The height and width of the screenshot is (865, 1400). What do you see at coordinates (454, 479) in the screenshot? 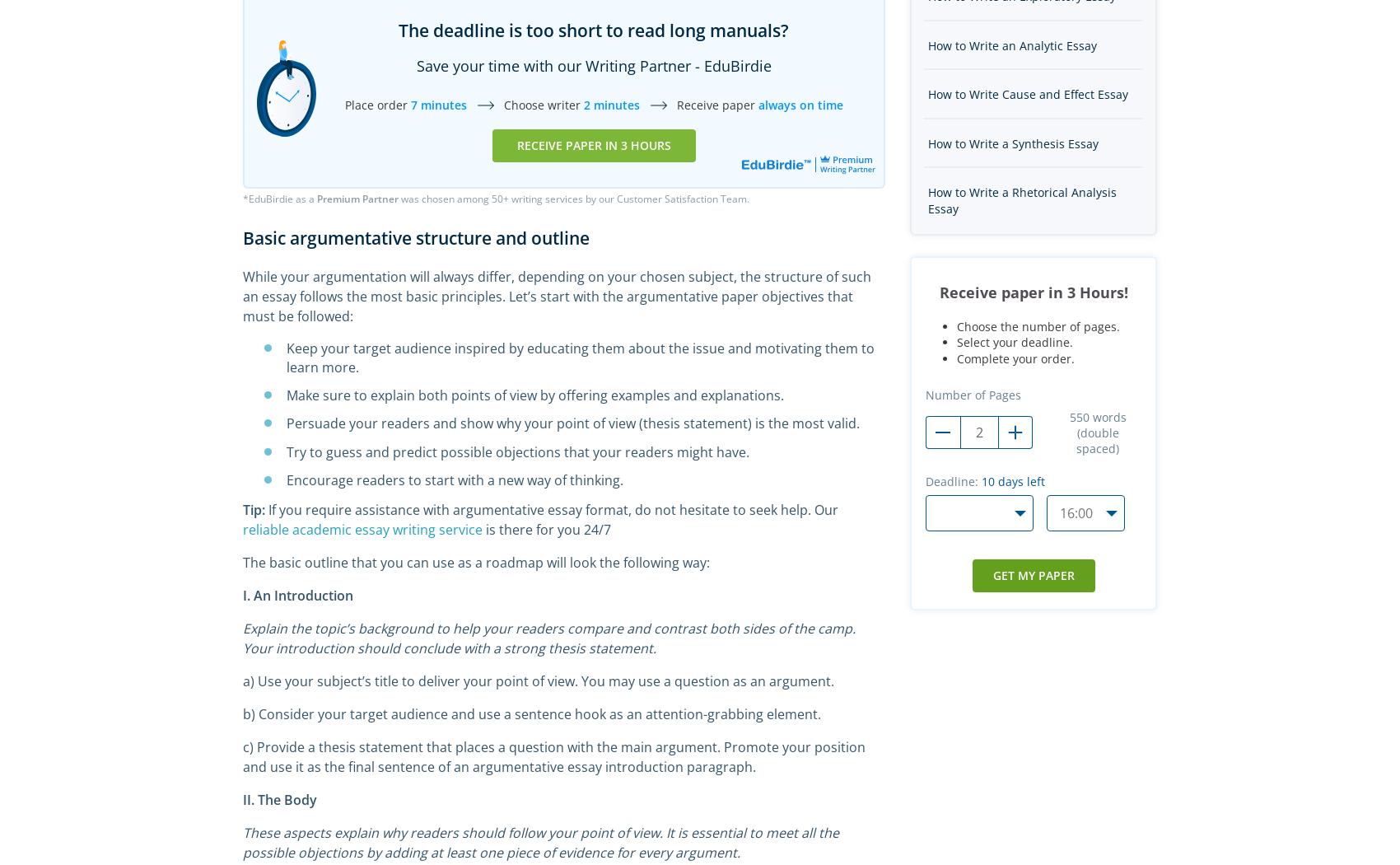
I see `'Encourage readers to start with a new way of thinking.'` at bounding box center [454, 479].